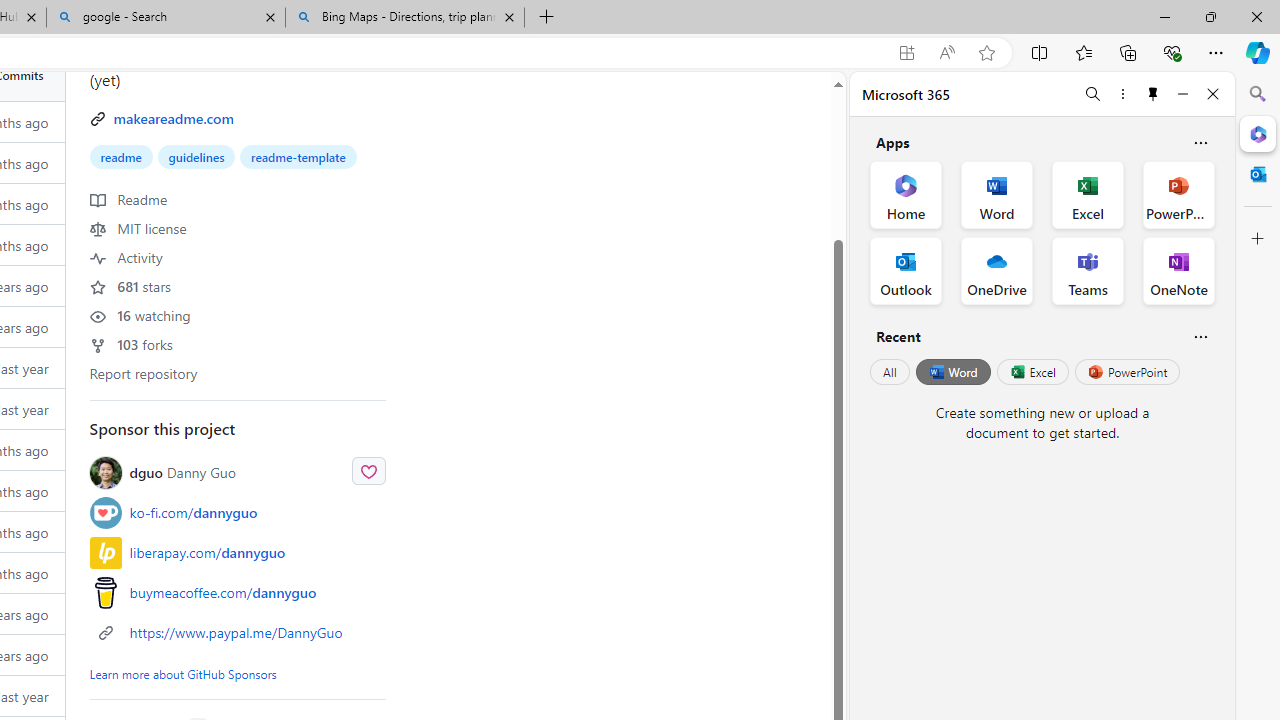 This screenshot has height=720, width=1280. What do you see at coordinates (129, 285) in the screenshot?
I see `'681 stars'` at bounding box center [129, 285].